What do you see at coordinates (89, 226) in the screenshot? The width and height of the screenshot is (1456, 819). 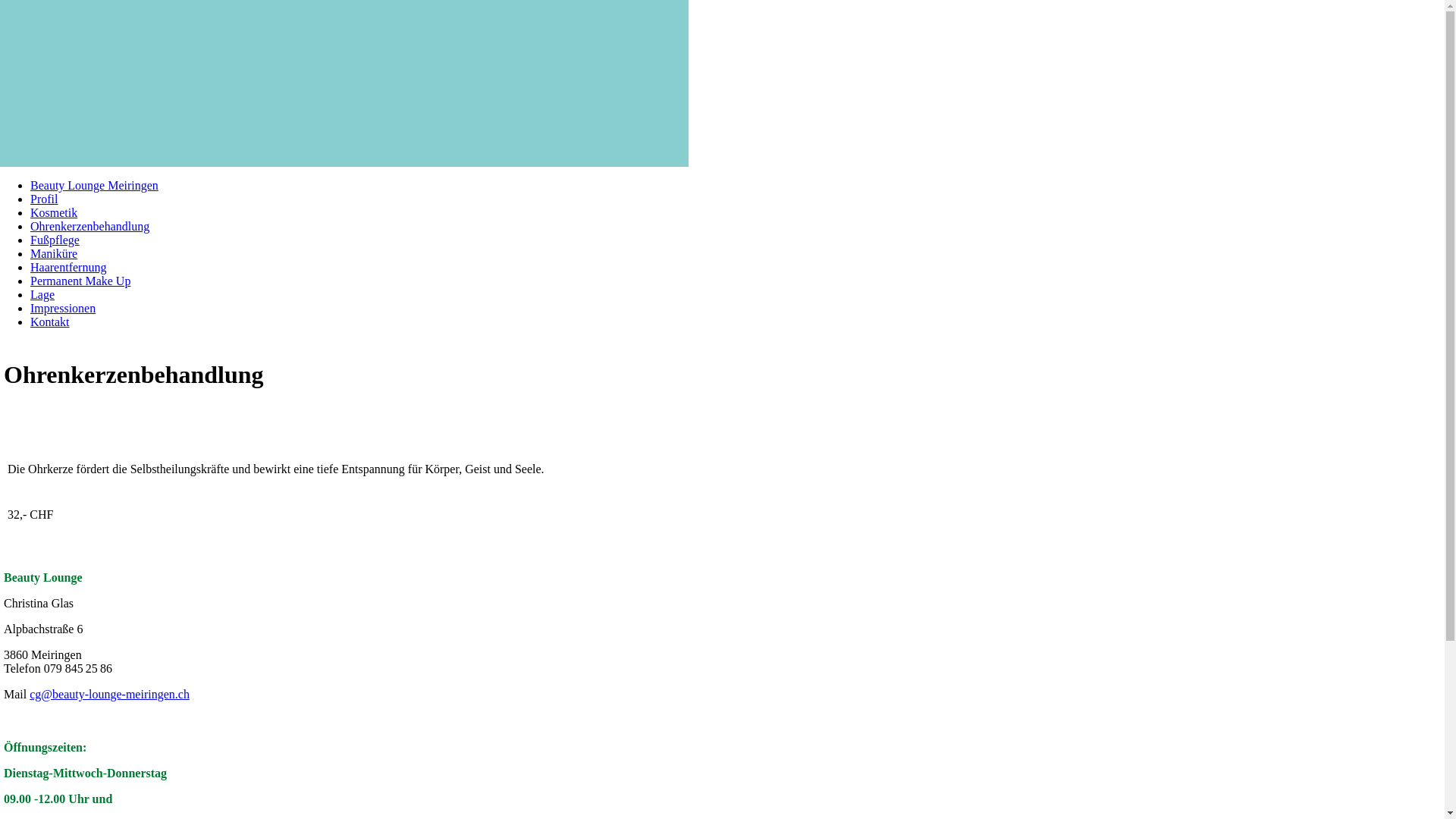 I see `'Ohrenkerzenbehandlung'` at bounding box center [89, 226].